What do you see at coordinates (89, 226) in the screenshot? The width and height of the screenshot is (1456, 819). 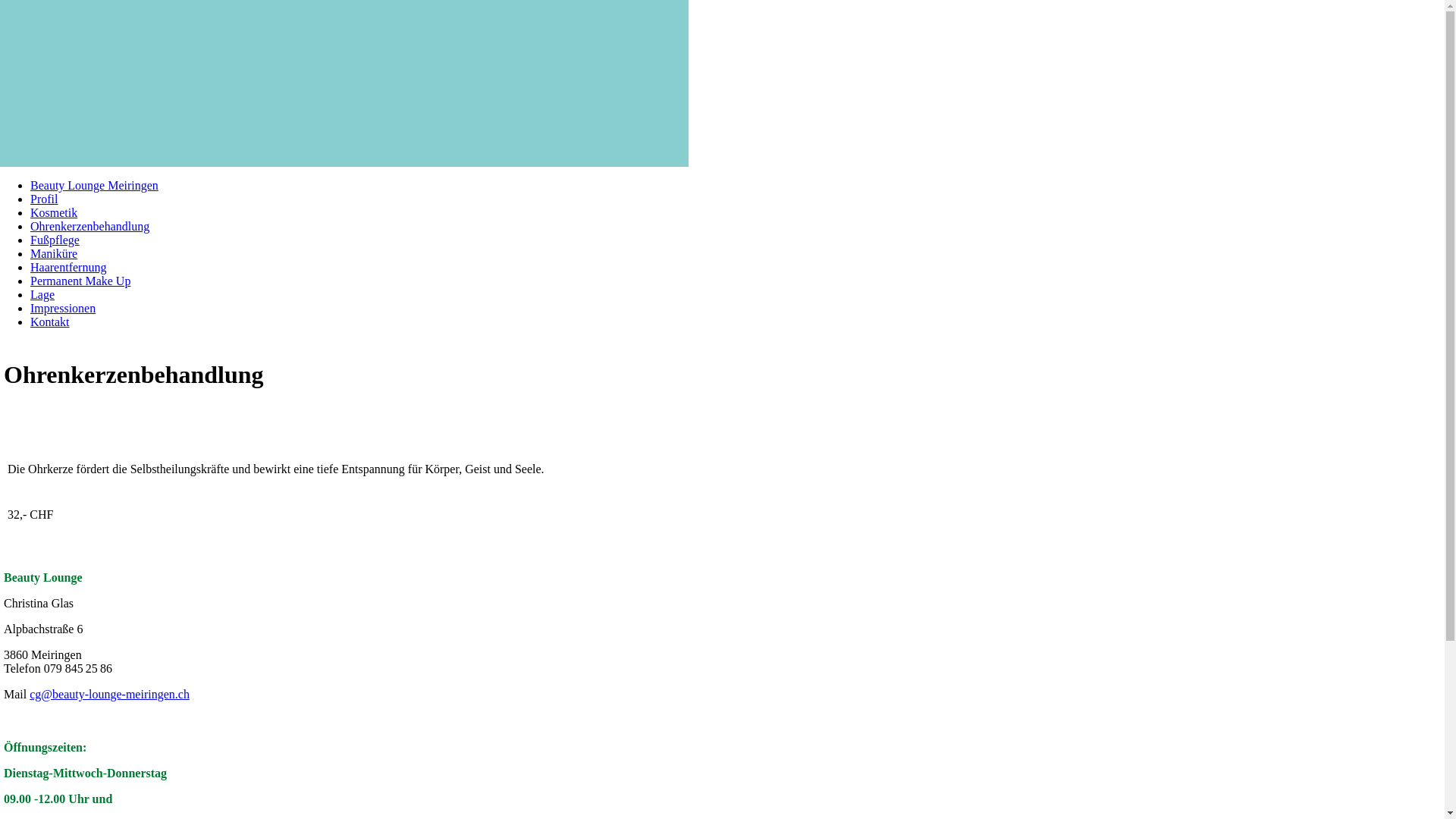 I see `'Ohrenkerzenbehandlung'` at bounding box center [89, 226].